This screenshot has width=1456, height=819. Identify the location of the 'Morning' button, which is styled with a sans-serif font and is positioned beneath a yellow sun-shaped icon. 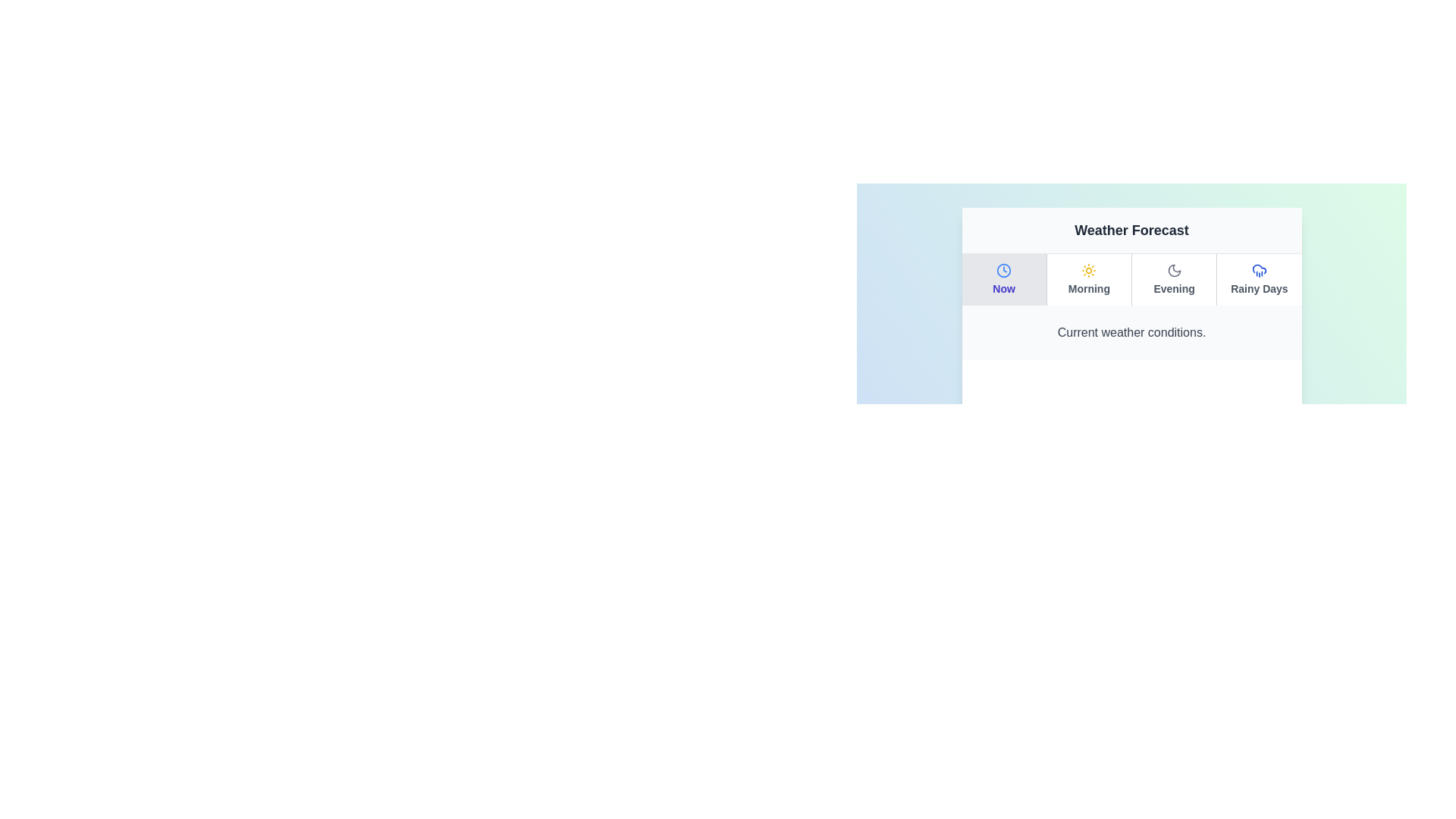
(1088, 289).